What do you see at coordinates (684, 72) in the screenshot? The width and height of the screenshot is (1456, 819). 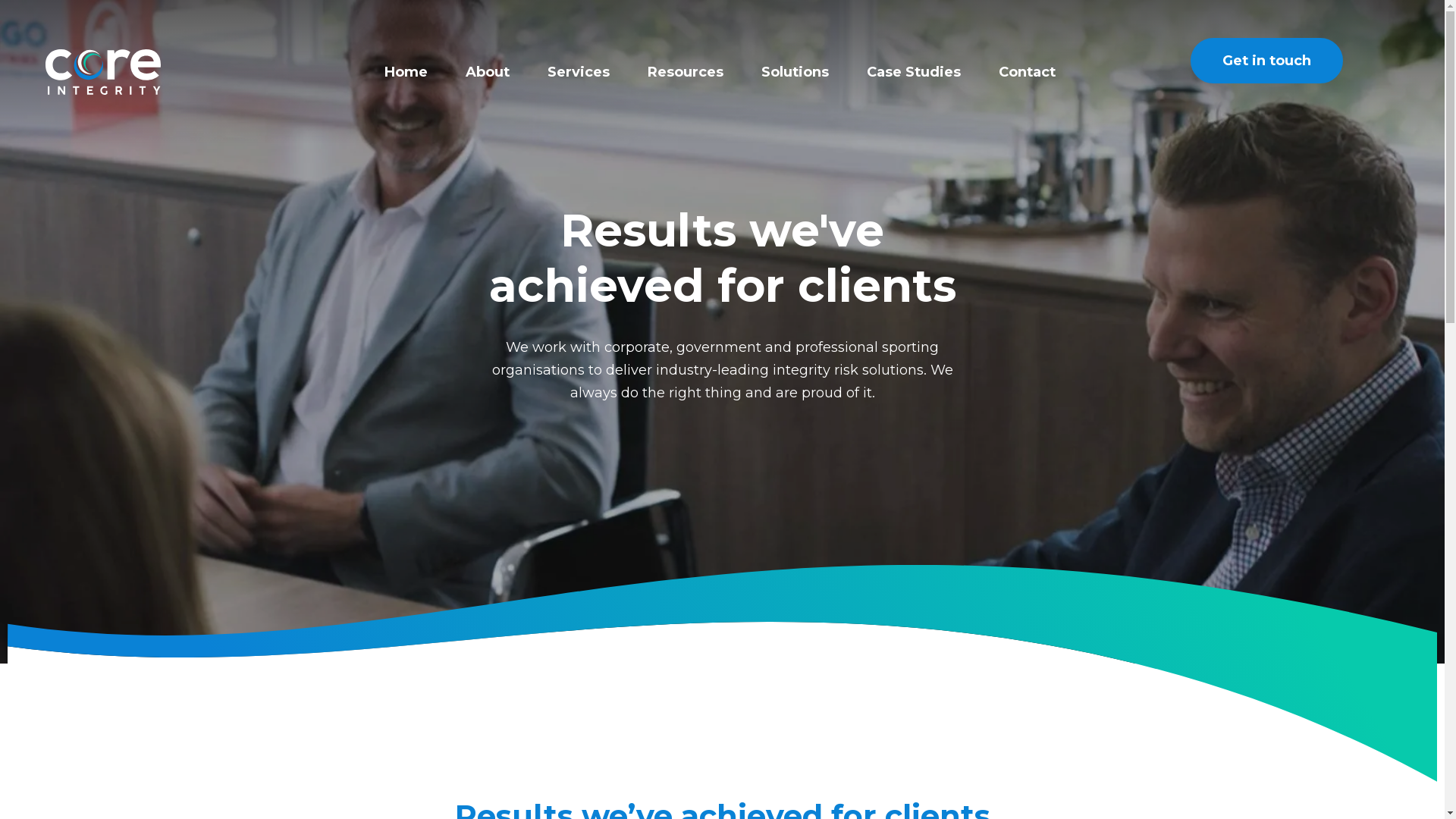 I see `'Resources'` at bounding box center [684, 72].